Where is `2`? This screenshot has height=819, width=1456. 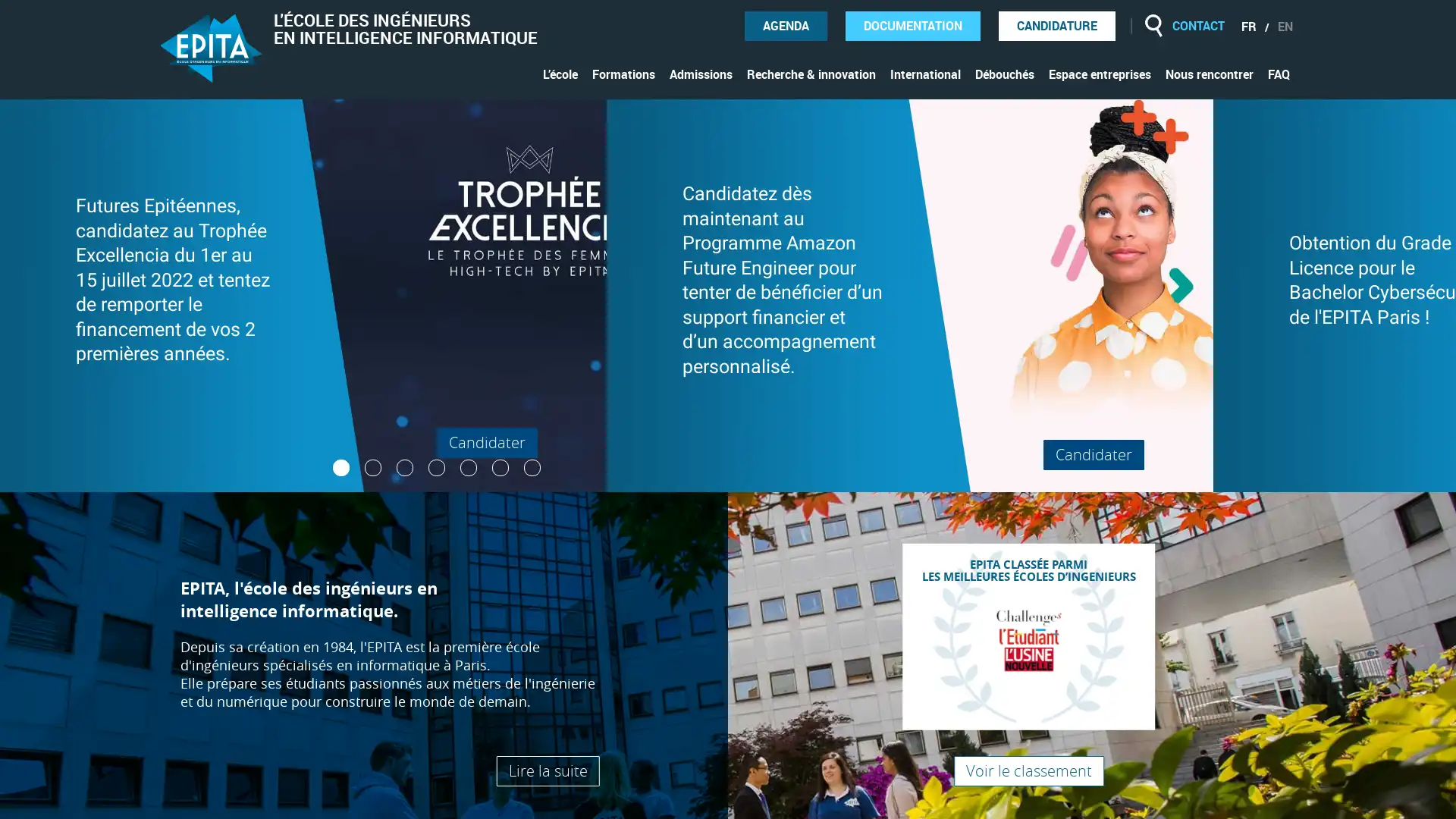
2 is located at coordinates (372, 464).